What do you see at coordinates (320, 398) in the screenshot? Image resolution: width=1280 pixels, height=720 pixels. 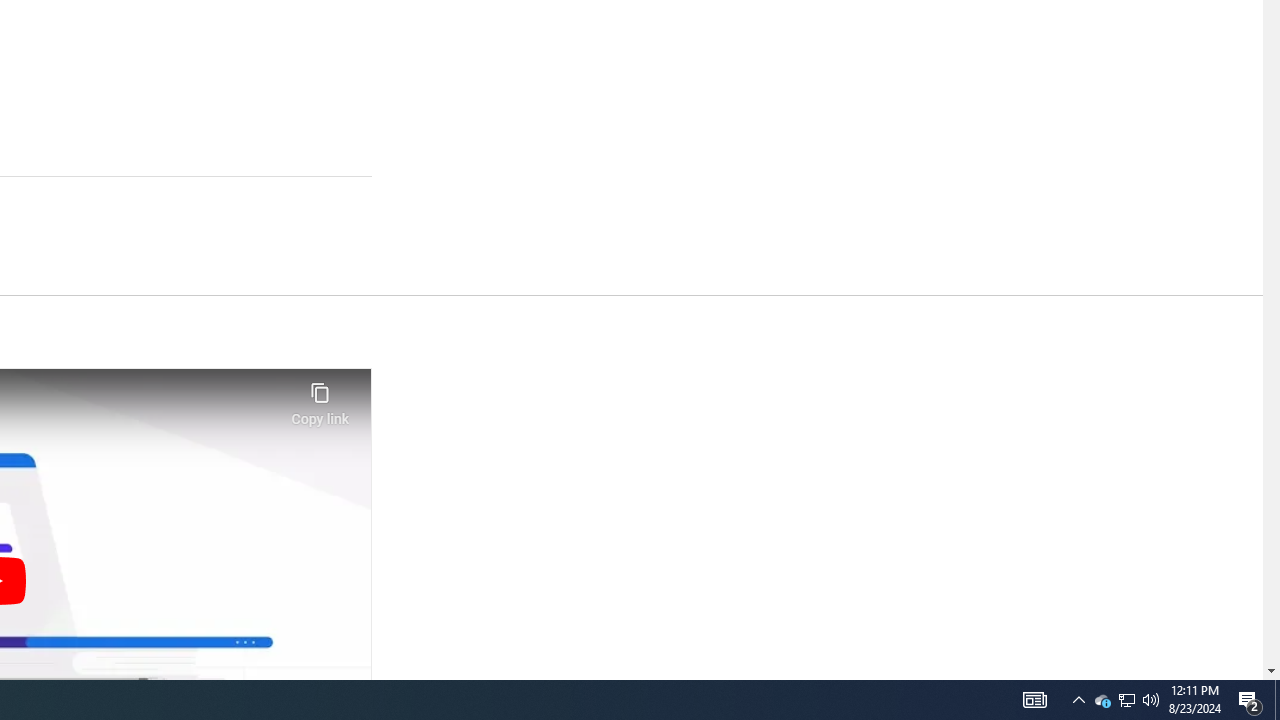 I see `'Copy link'` at bounding box center [320, 398].